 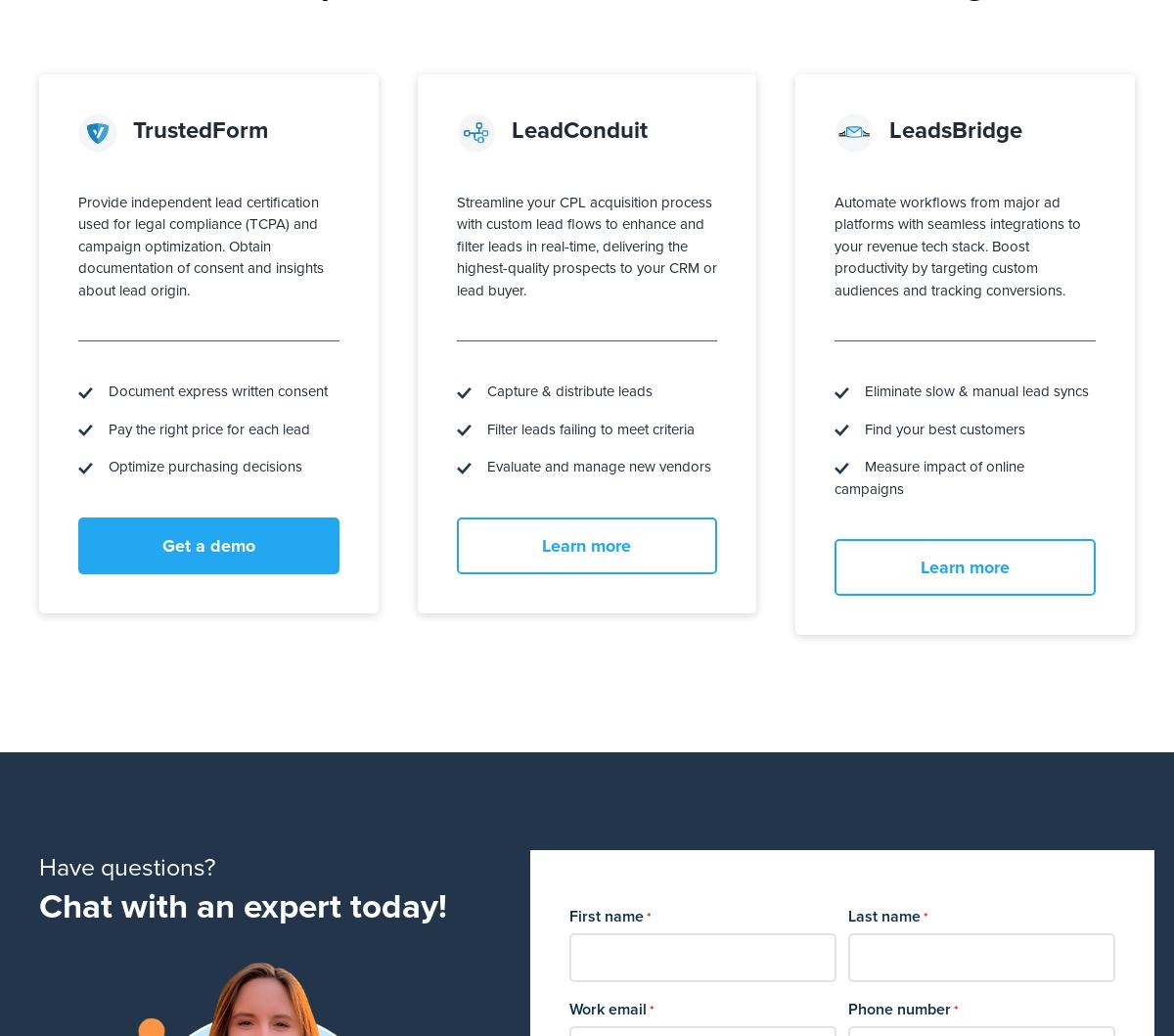 I want to click on 'Document express written consent', so click(x=209, y=389).